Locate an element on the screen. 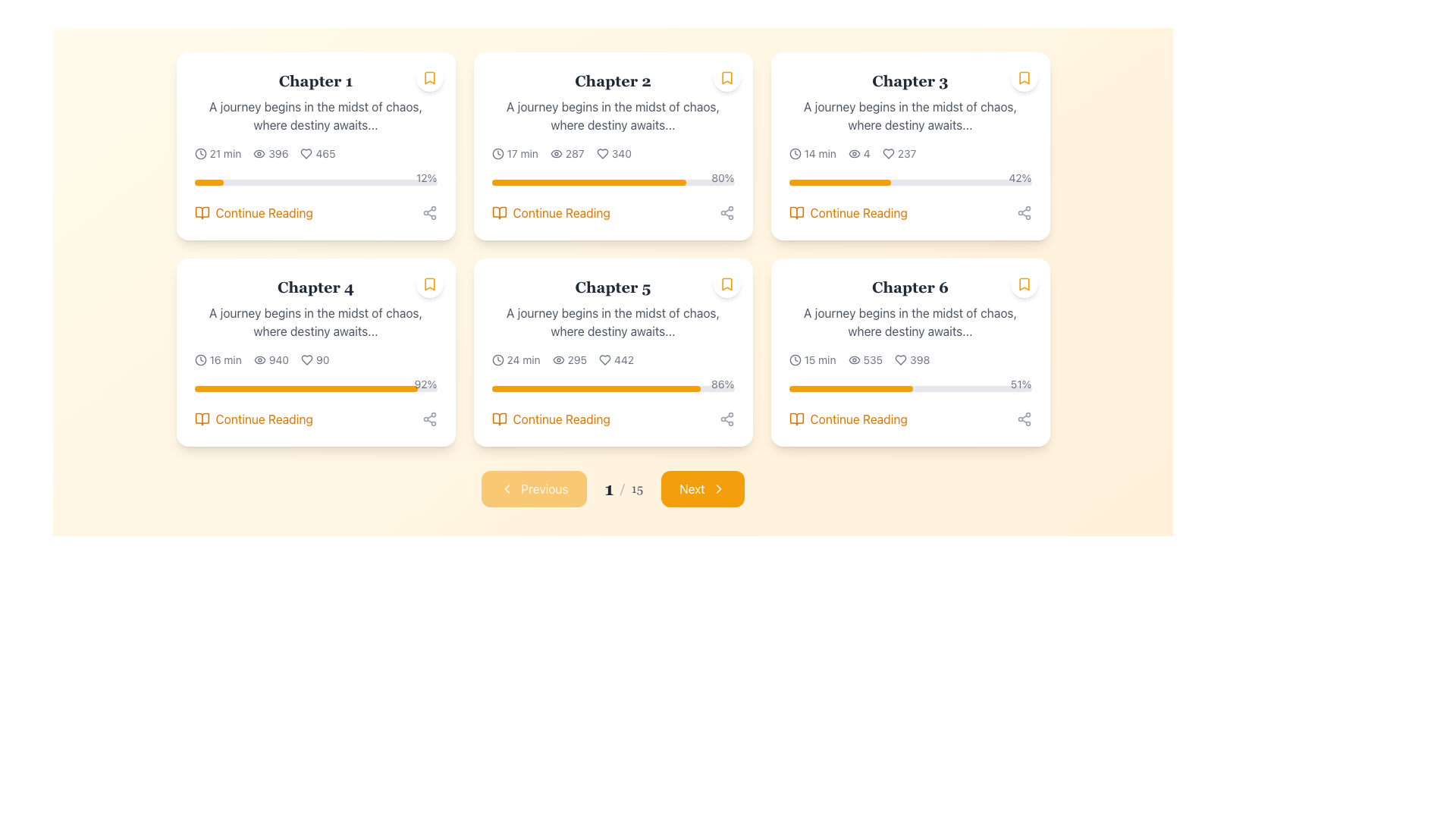  text content displayed in a gray serif font below the title 'Chapter 6' in the sixth card of the grid layout is located at coordinates (910, 321).